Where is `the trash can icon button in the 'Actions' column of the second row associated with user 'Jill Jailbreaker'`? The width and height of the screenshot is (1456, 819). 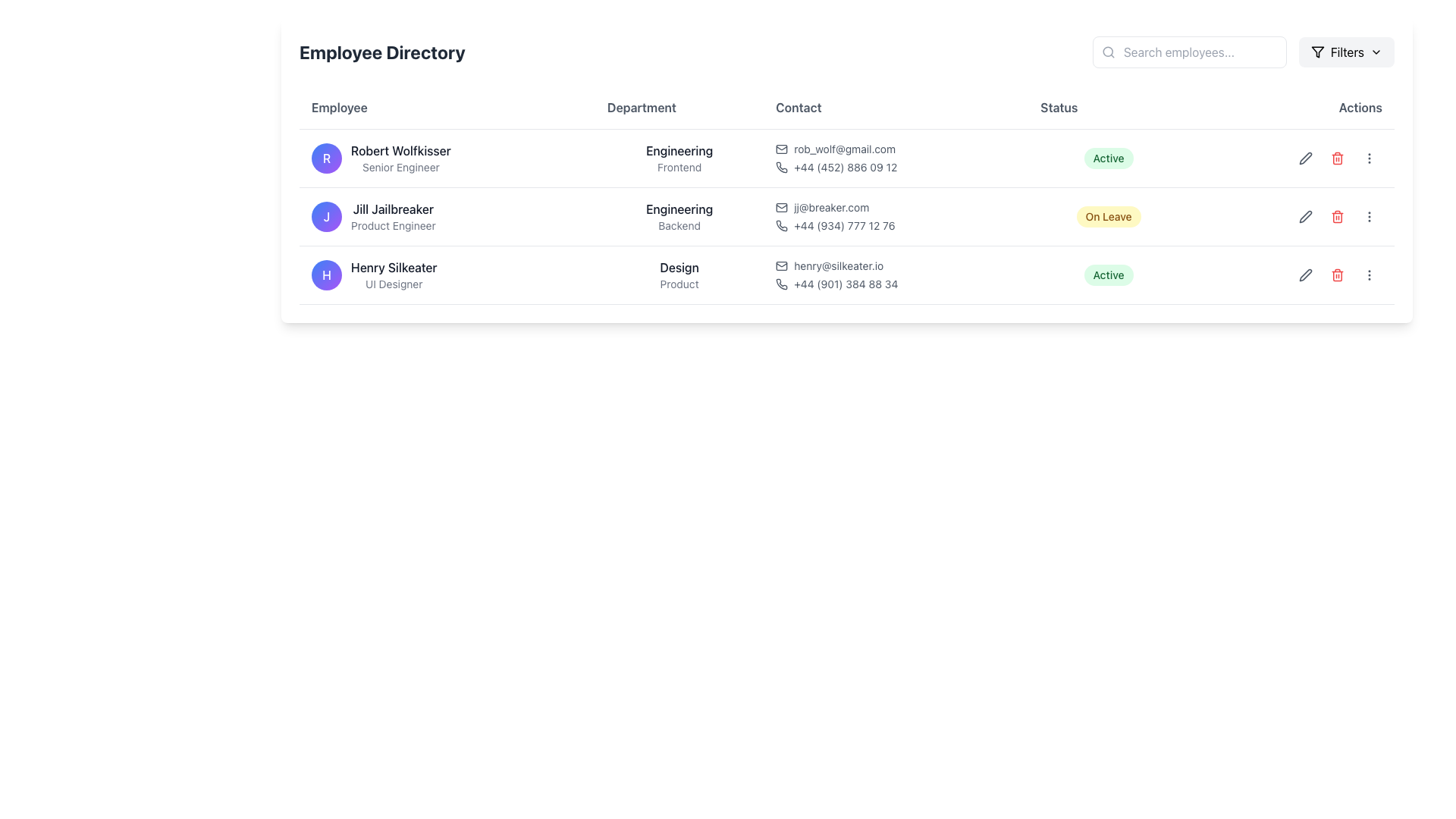
the trash can icon button in the 'Actions' column of the second row associated with user 'Jill Jailbreaker' is located at coordinates (1337, 216).